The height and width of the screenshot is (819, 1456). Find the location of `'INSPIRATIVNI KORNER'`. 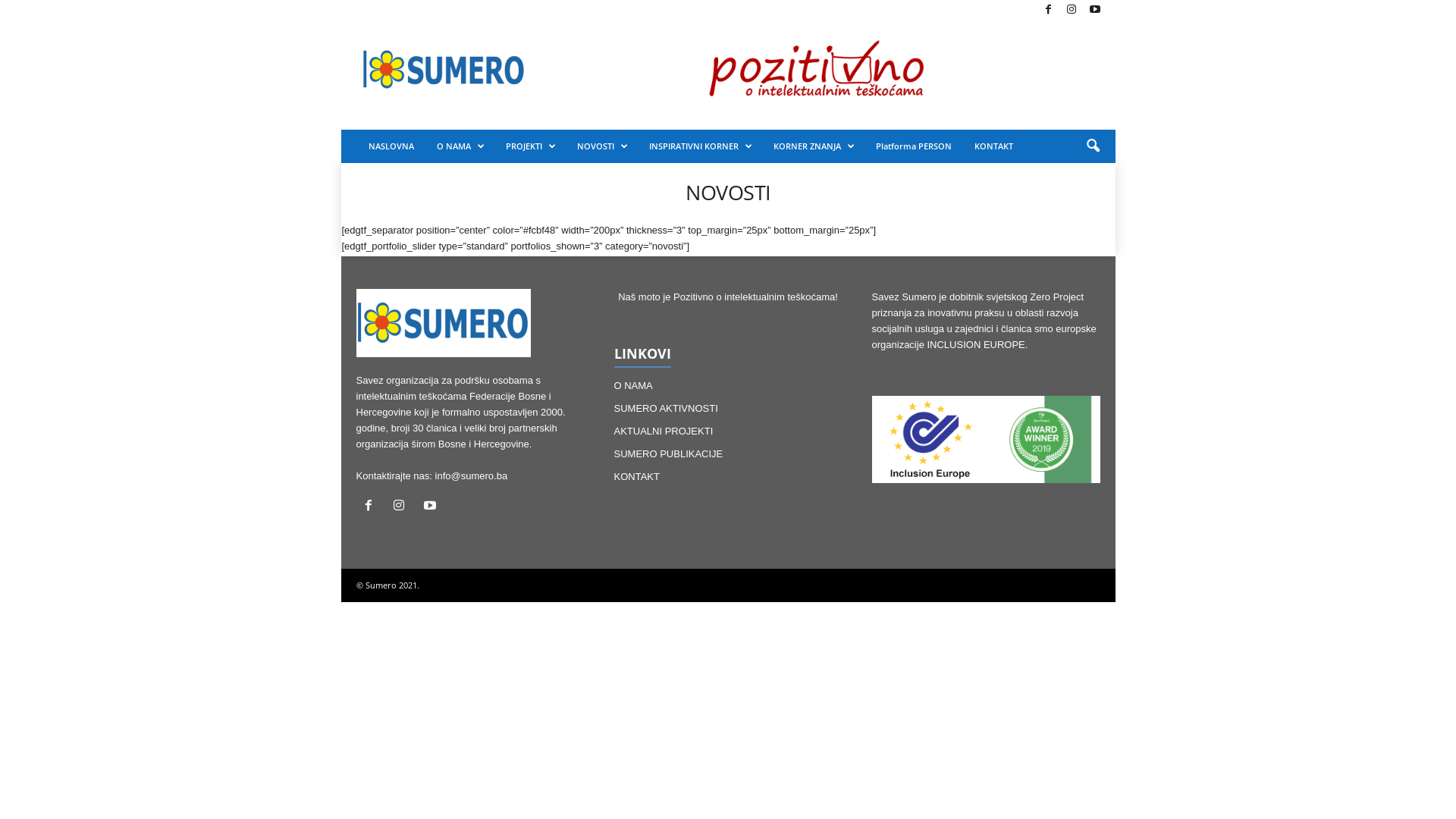

'INSPIRATIVNI KORNER' is located at coordinates (698, 146).